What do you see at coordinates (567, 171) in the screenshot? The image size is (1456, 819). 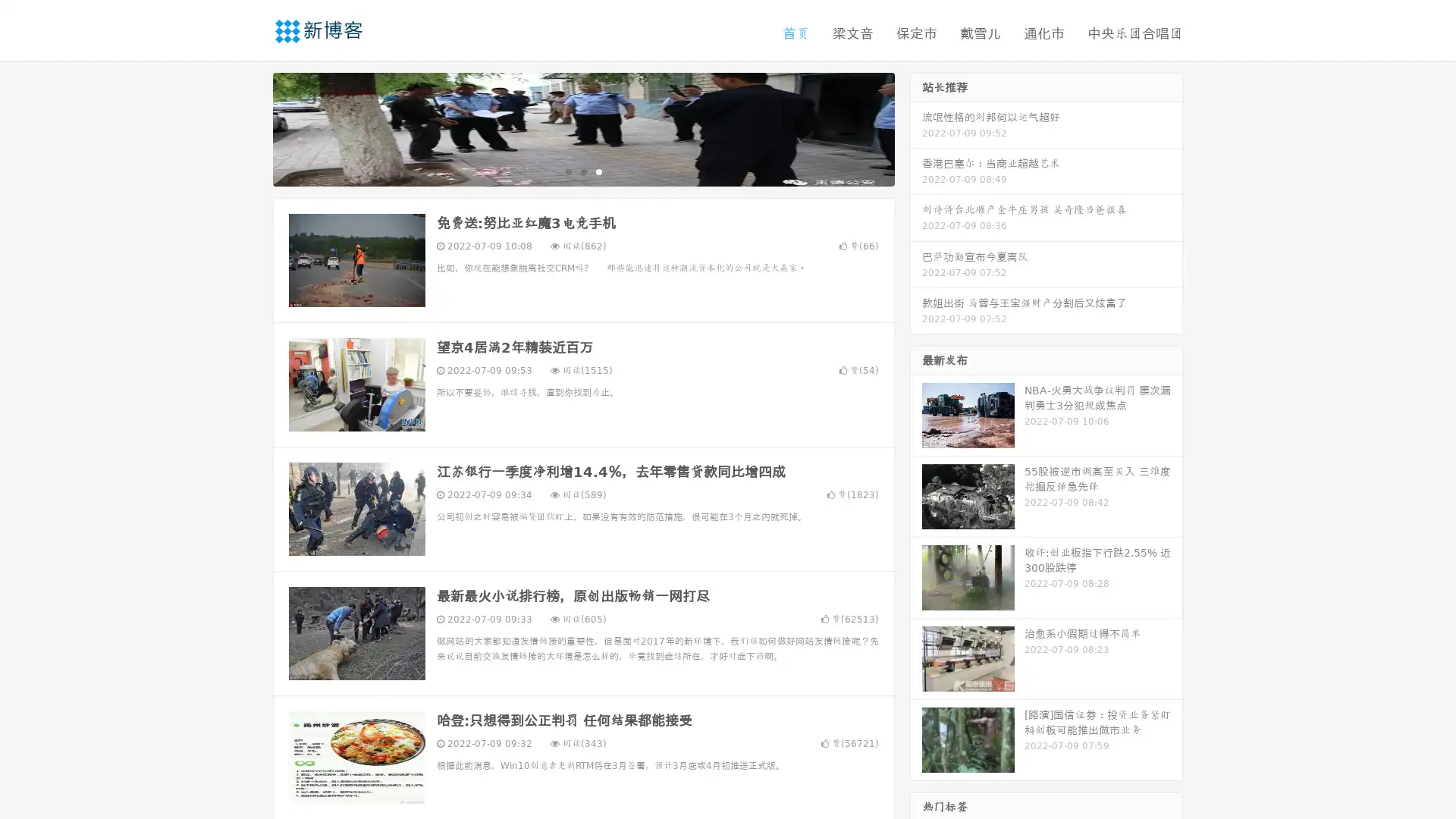 I see `Go to slide 1` at bounding box center [567, 171].